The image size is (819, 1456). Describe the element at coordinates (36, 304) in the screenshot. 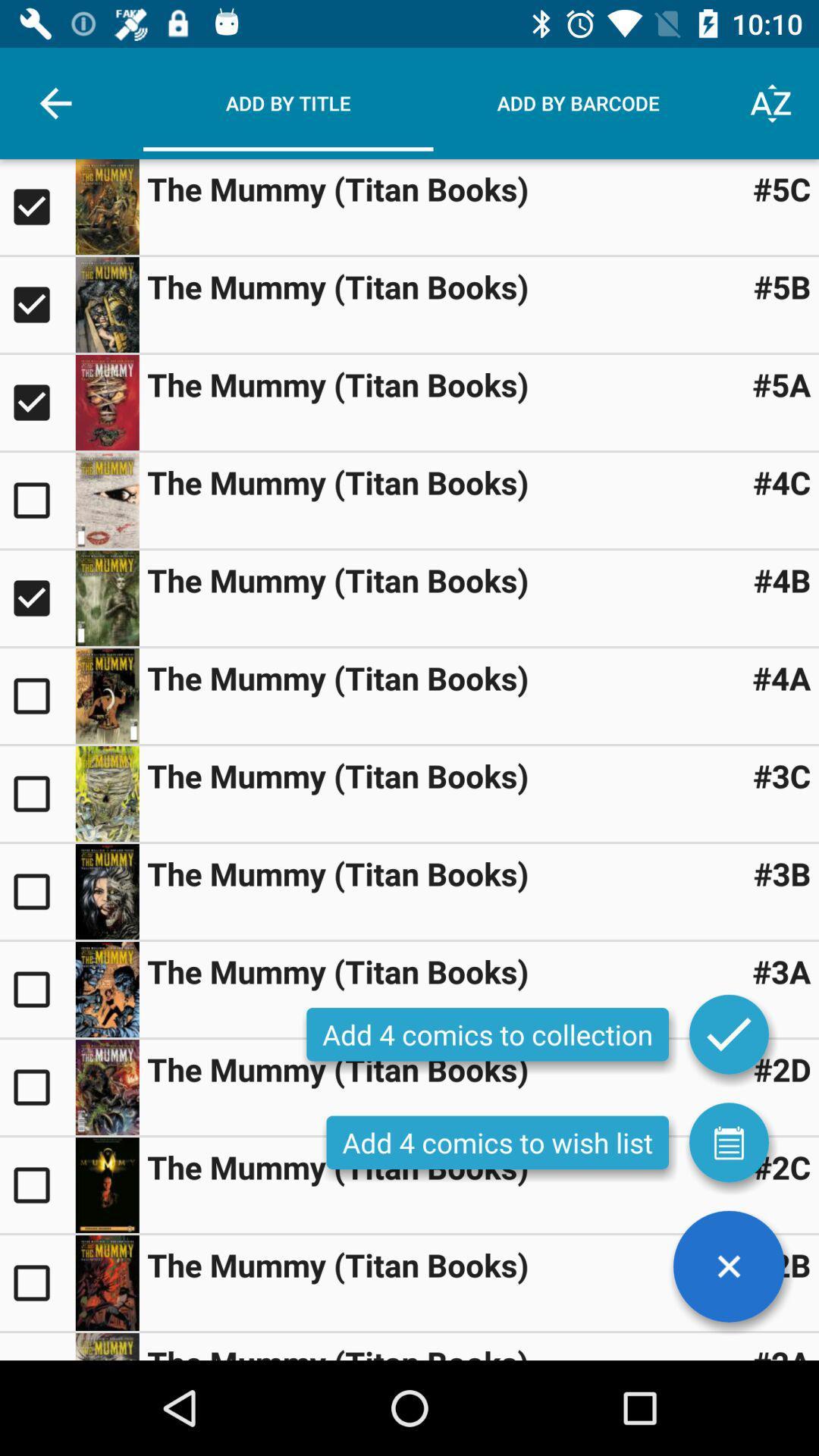

I see `box` at that location.